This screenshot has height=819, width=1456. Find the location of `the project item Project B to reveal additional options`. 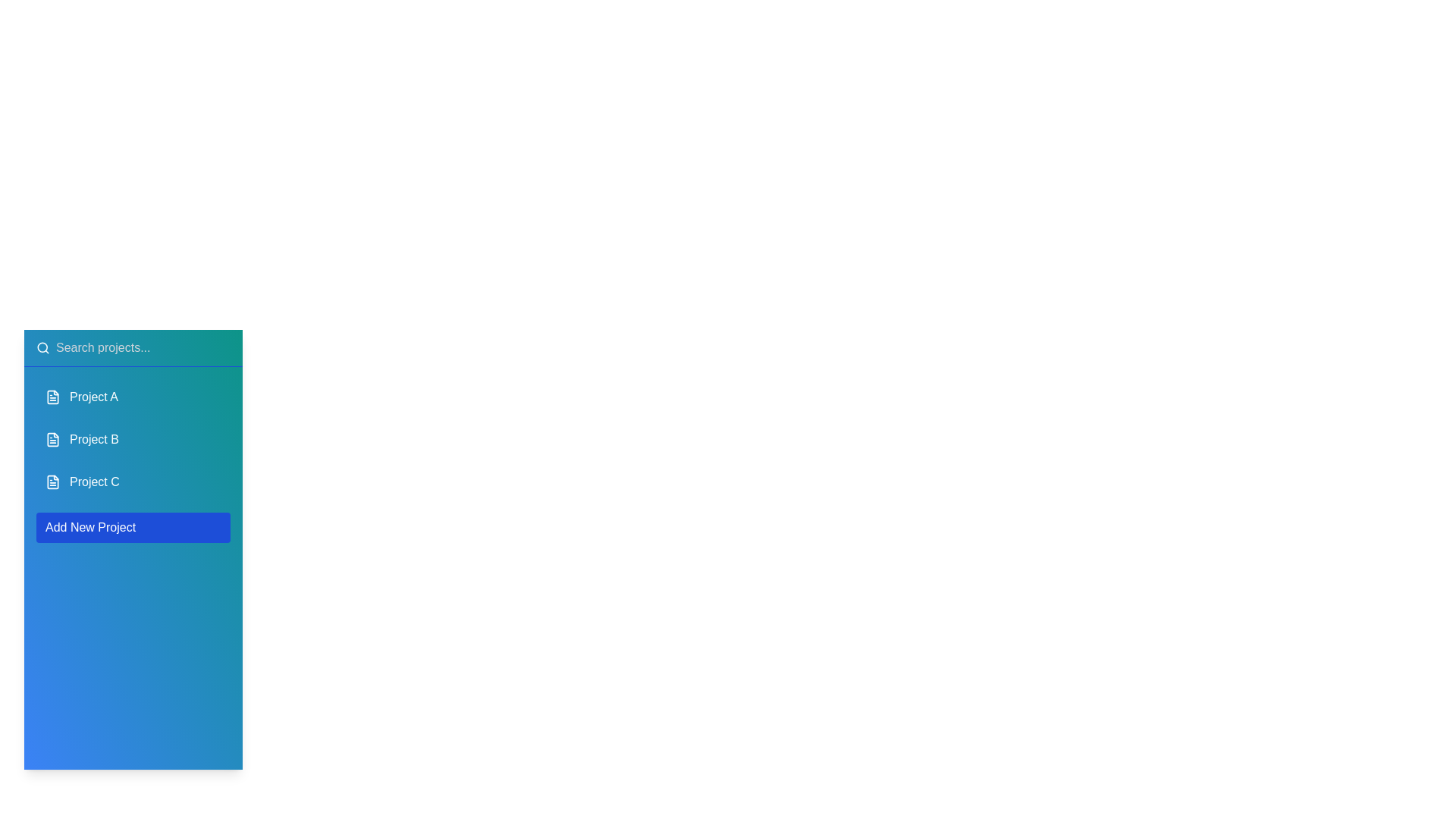

the project item Project B to reveal additional options is located at coordinates (133, 439).